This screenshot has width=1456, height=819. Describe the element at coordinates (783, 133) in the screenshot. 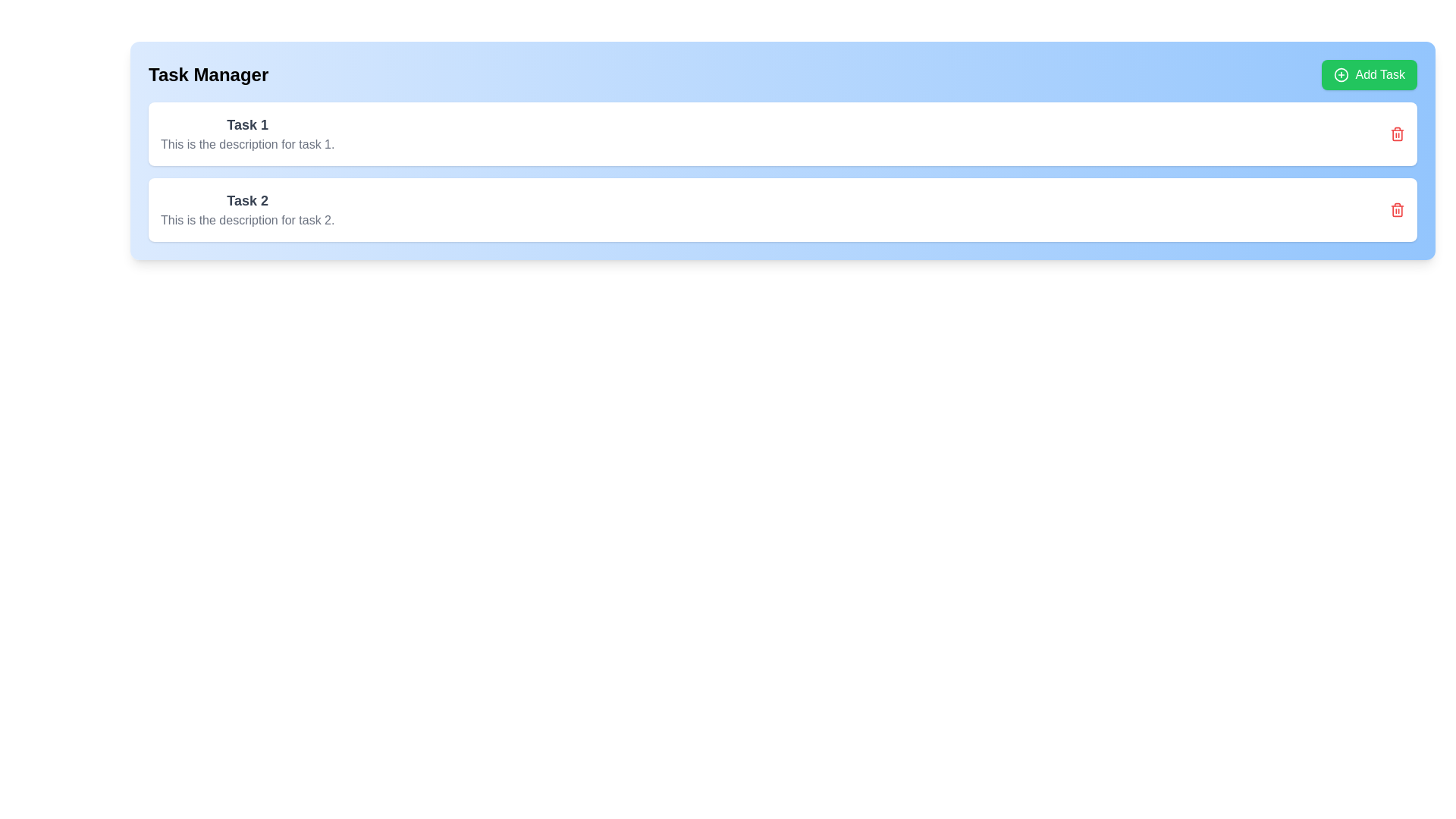

I see `the first task card in the list, which displays the task details above the card titled 'Task 2'` at that location.